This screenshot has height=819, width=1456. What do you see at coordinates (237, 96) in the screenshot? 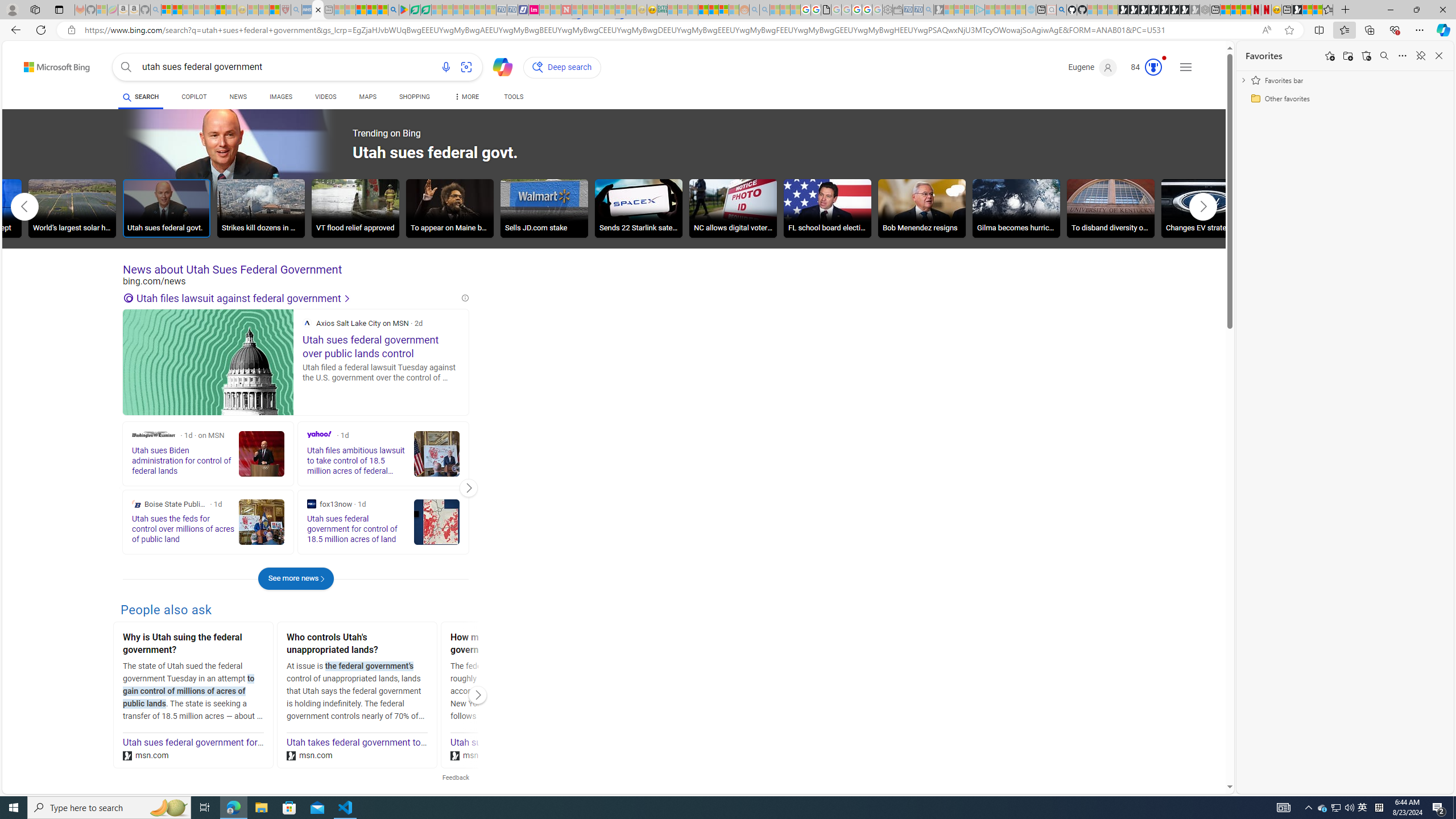
I see `'NEWS'` at bounding box center [237, 96].